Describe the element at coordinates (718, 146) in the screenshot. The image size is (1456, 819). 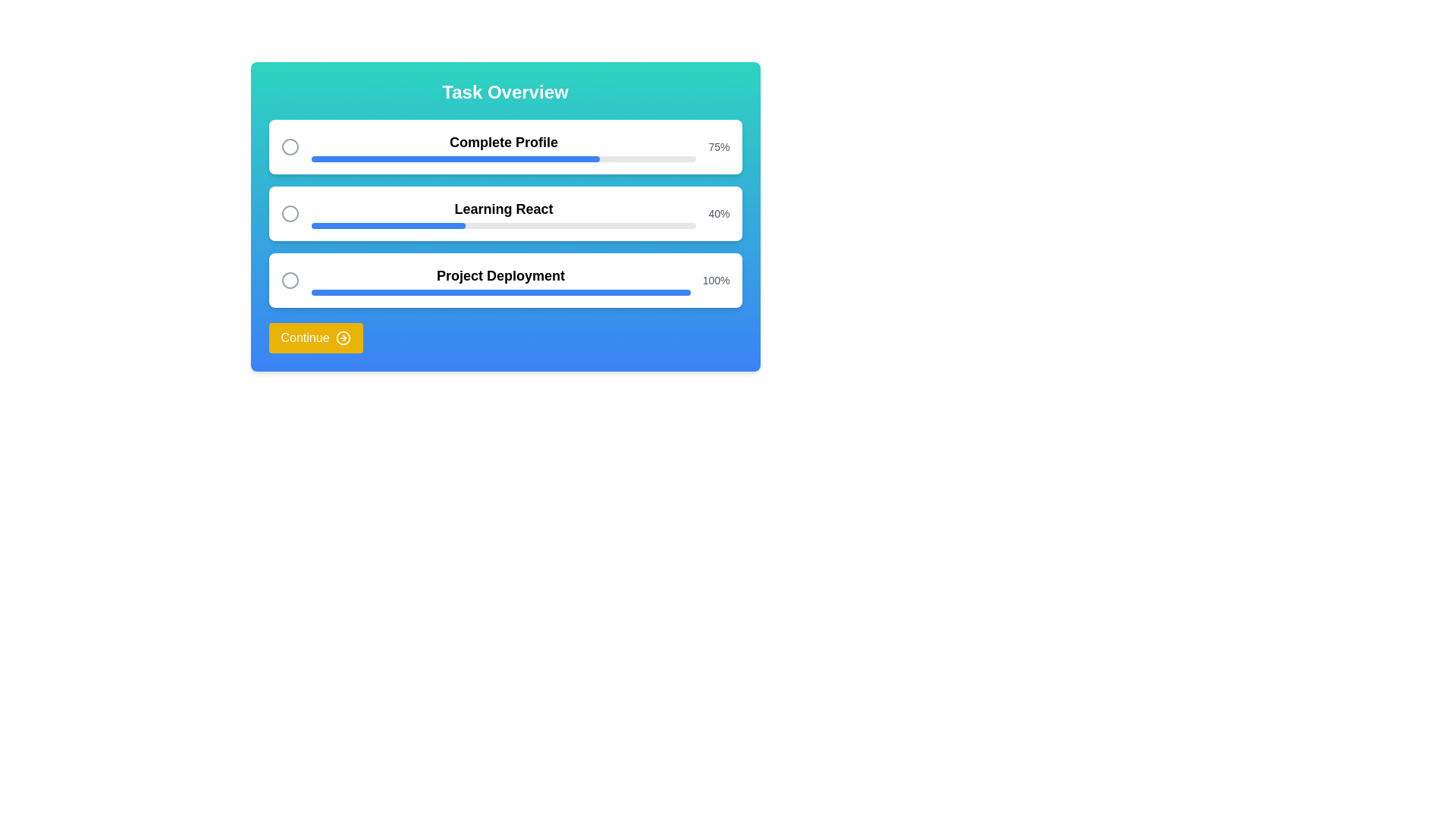
I see `the text label displaying '75%' located within the 'Complete Profile' card, which is styled with a small font size and gray hue` at that location.